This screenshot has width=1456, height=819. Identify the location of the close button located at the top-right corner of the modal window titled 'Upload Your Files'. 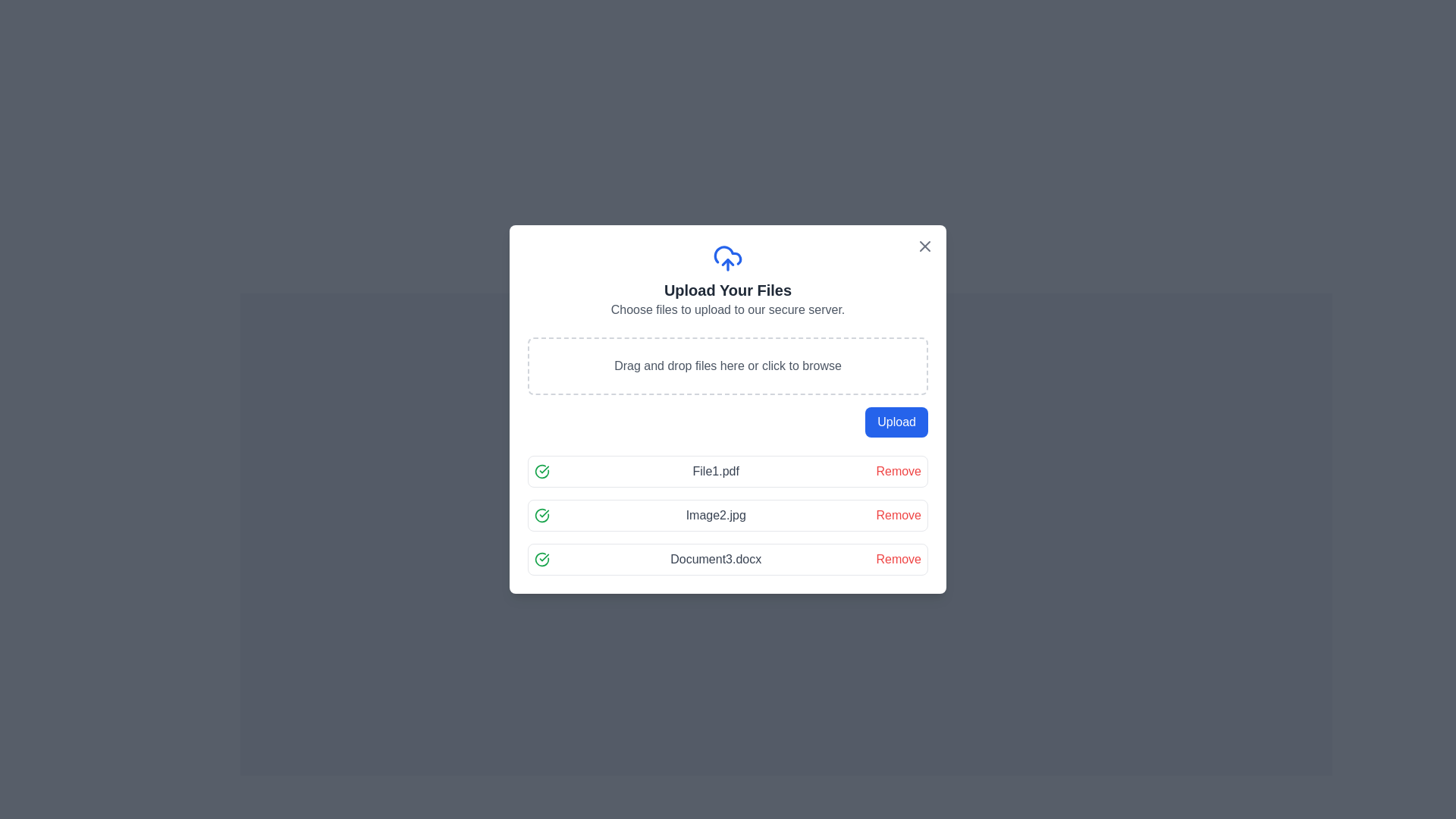
(924, 245).